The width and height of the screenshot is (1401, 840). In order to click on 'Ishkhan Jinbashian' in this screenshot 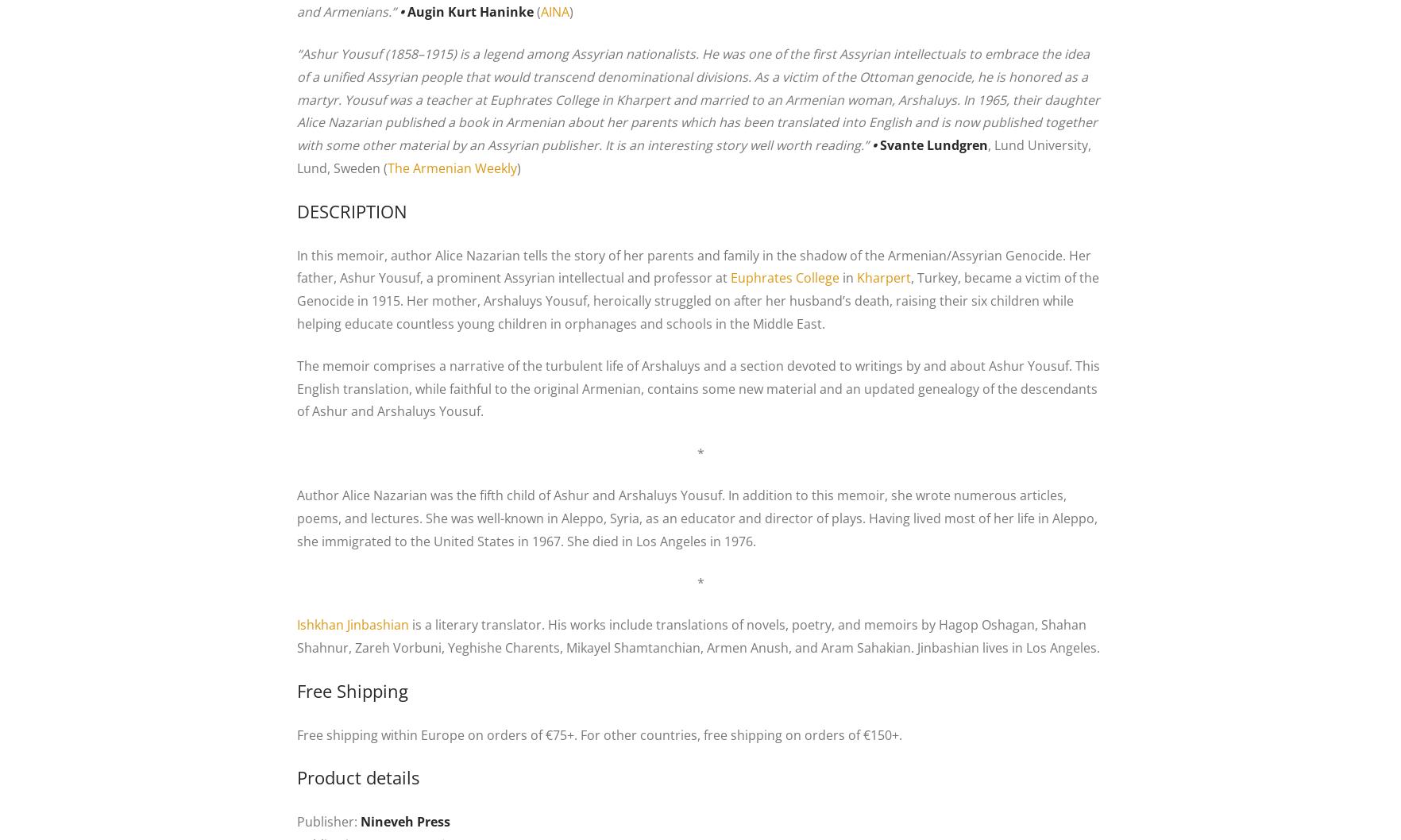, I will do `click(353, 625)`.